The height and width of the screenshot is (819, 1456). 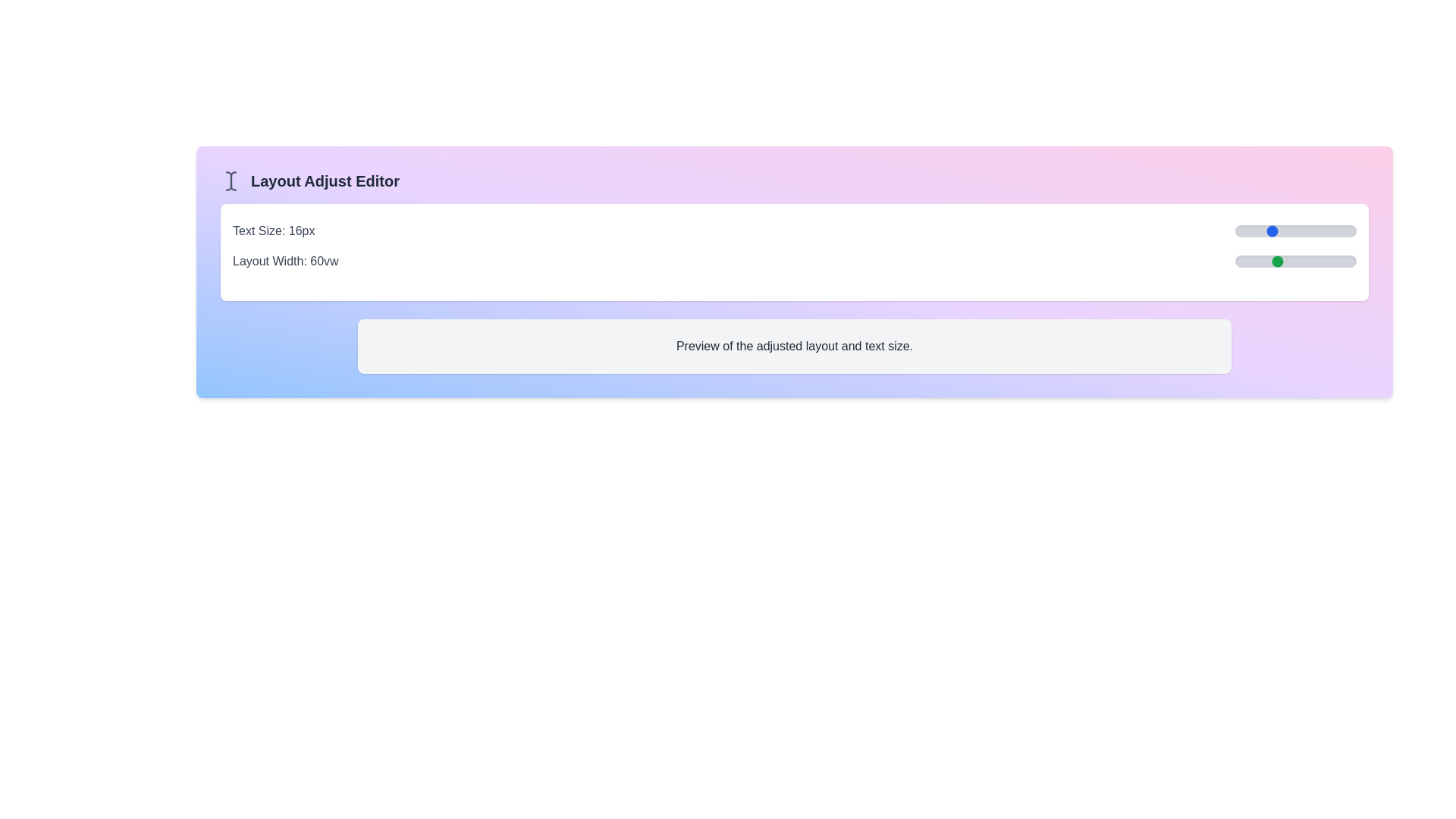 What do you see at coordinates (1340, 260) in the screenshot?
I see `the slider` at bounding box center [1340, 260].